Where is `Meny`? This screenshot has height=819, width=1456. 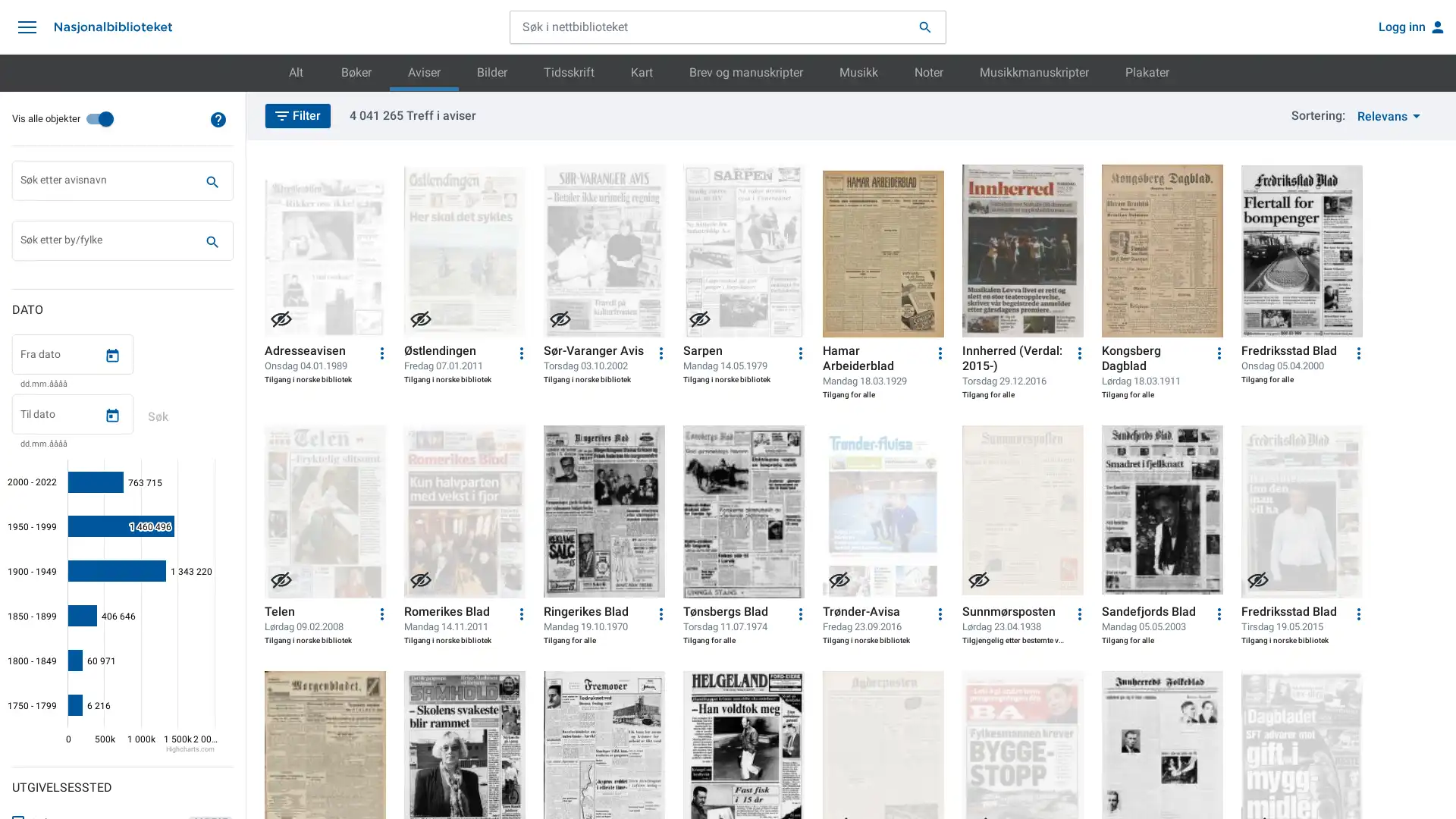 Meny is located at coordinates (27, 27).